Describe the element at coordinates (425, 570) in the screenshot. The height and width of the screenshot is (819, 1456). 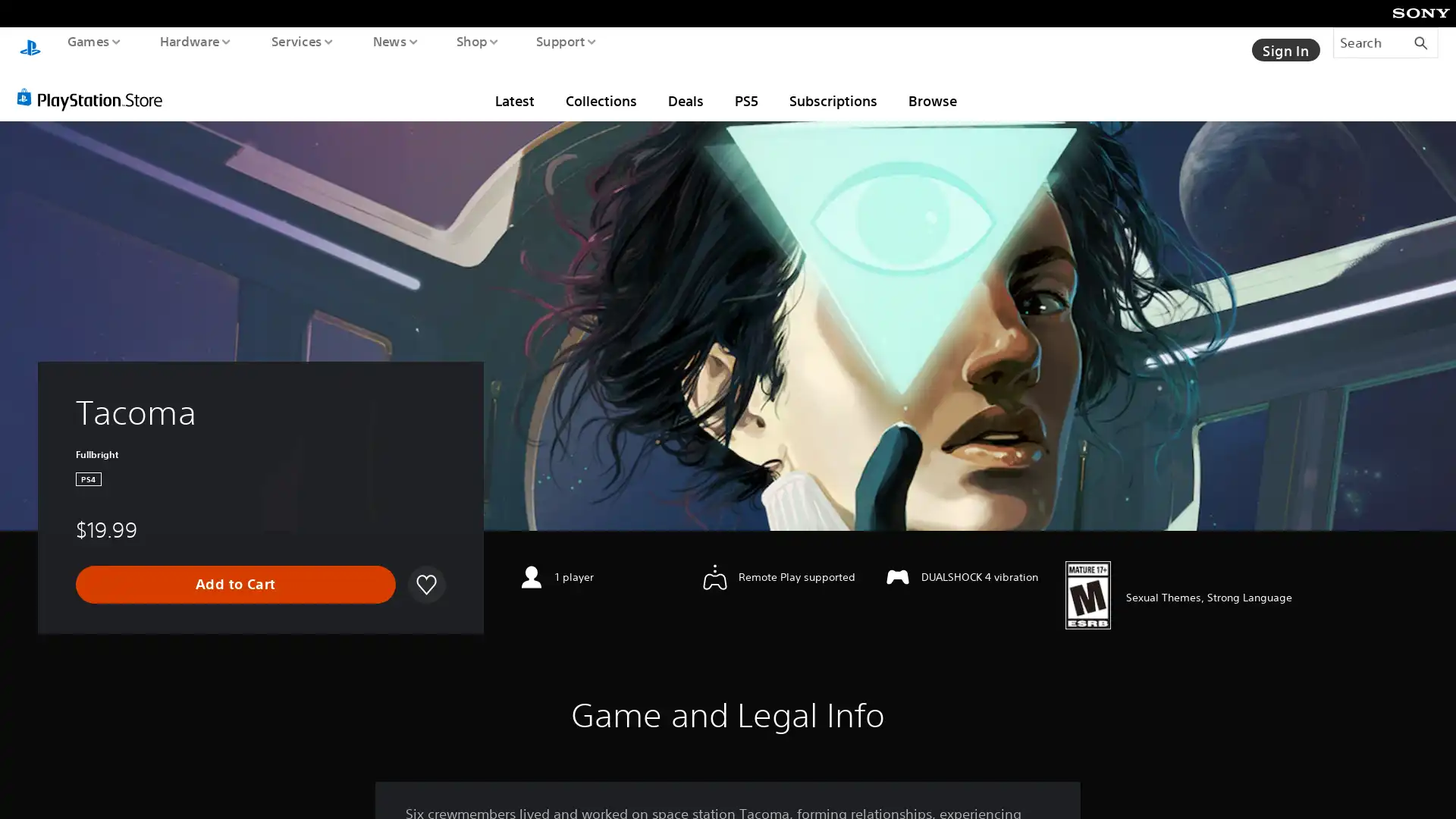
I see `Add to Wishlist` at that location.